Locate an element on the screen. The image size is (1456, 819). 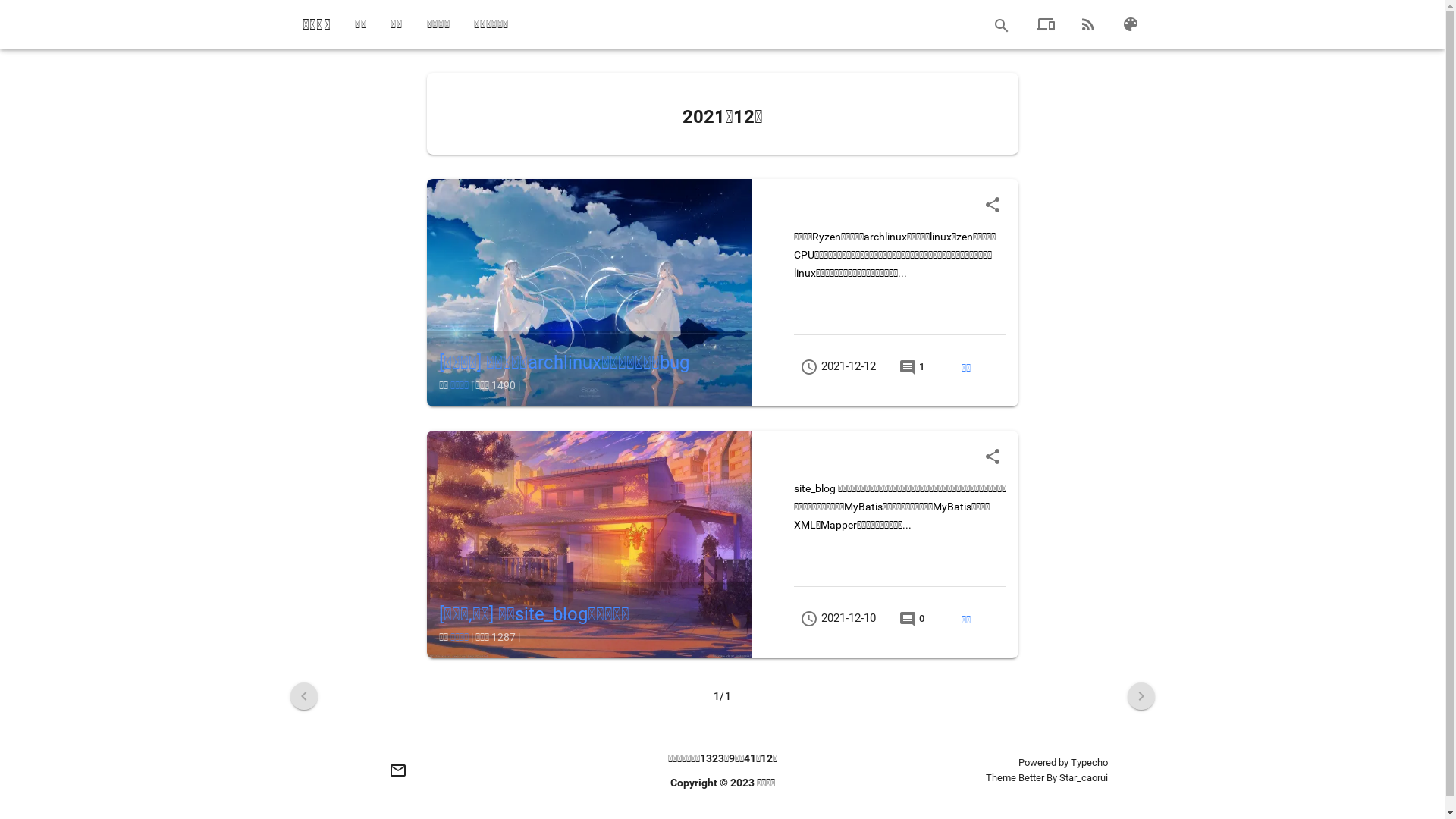
'Star_caorui' is located at coordinates (1058, 777).